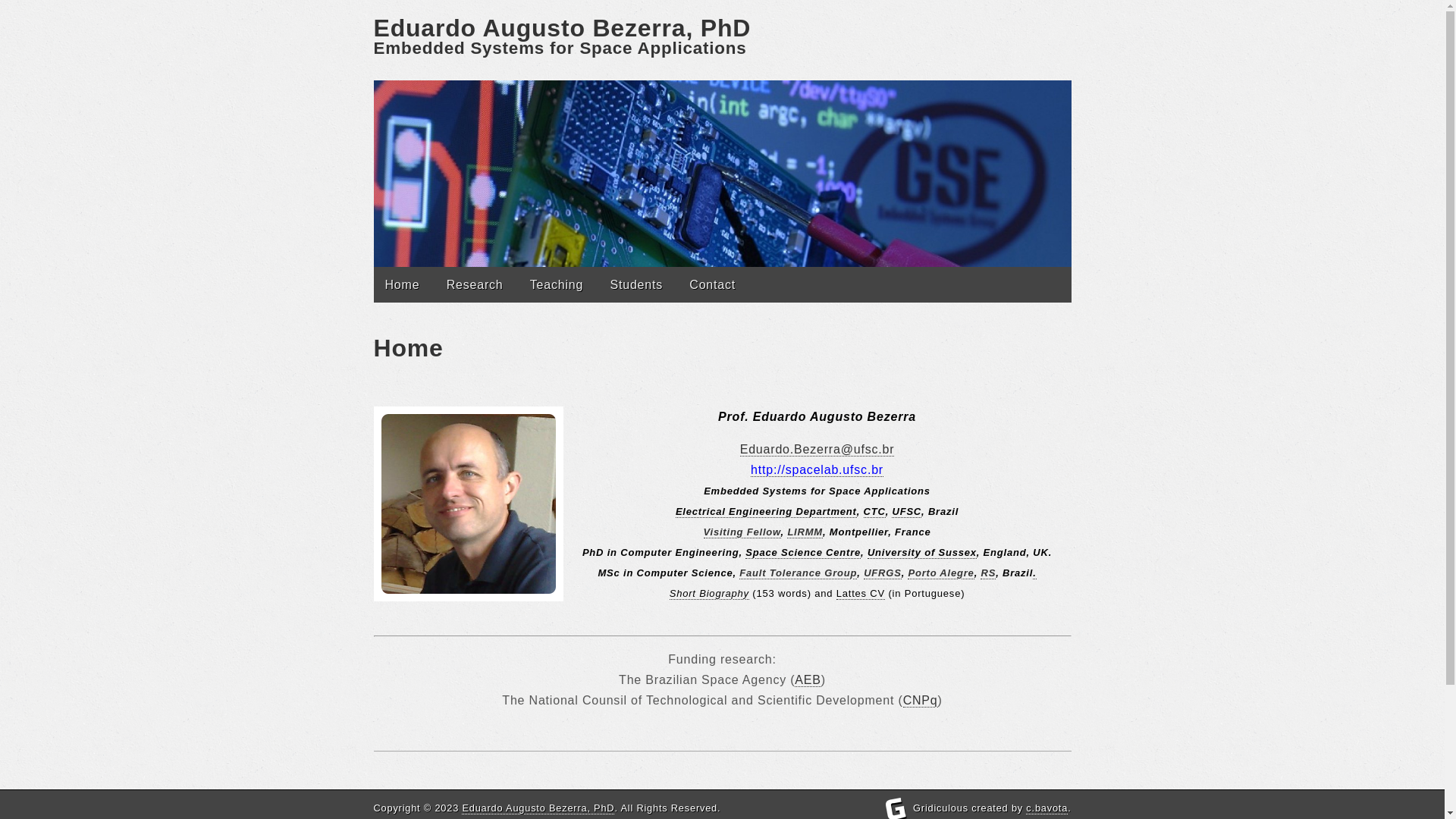 The width and height of the screenshot is (1456, 819). I want to click on 'Teaching', so click(556, 284).